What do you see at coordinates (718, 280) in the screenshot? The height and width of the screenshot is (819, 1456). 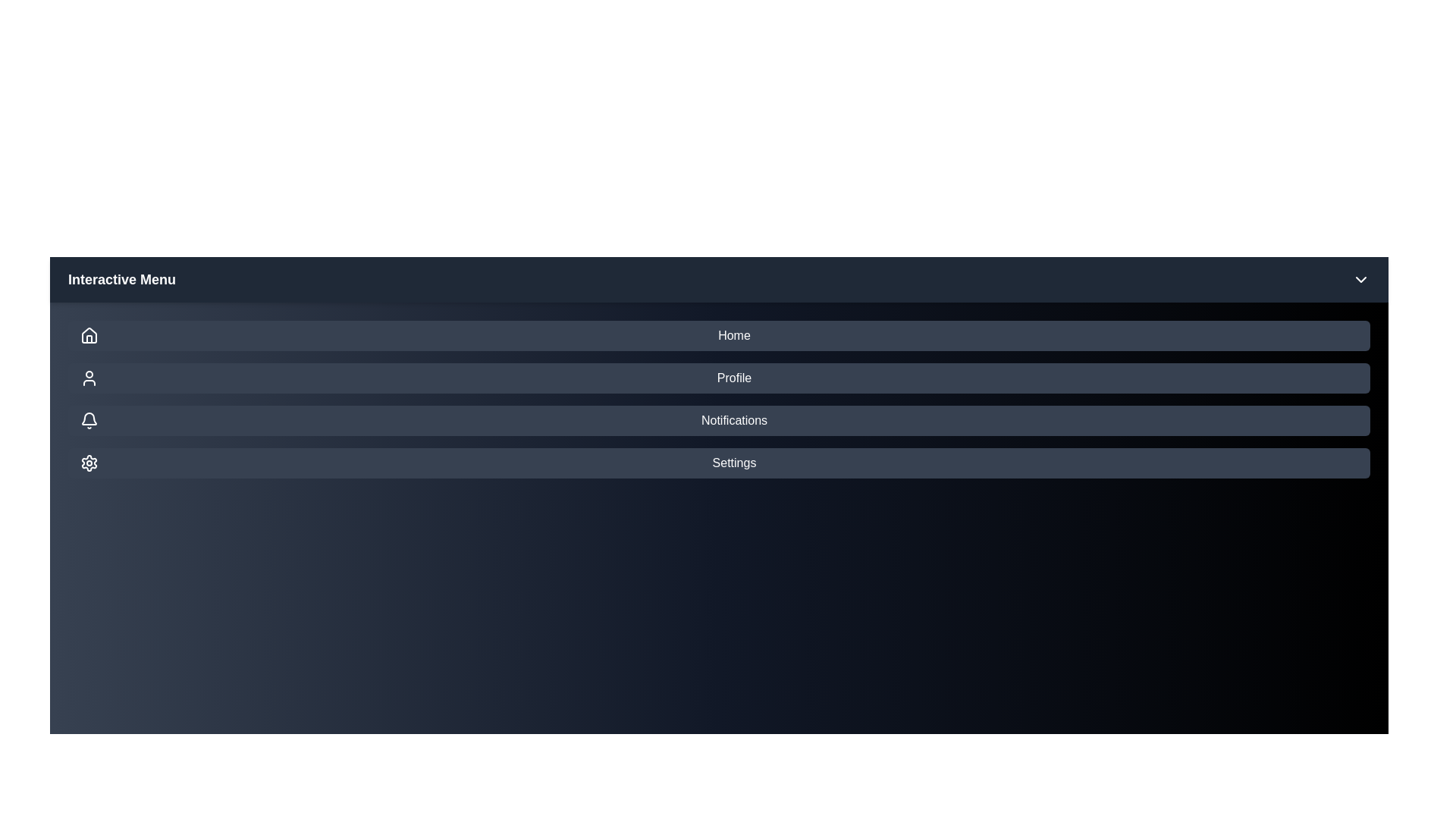 I see `the header to toggle the menu open/close state` at bounding box center [718, 280].